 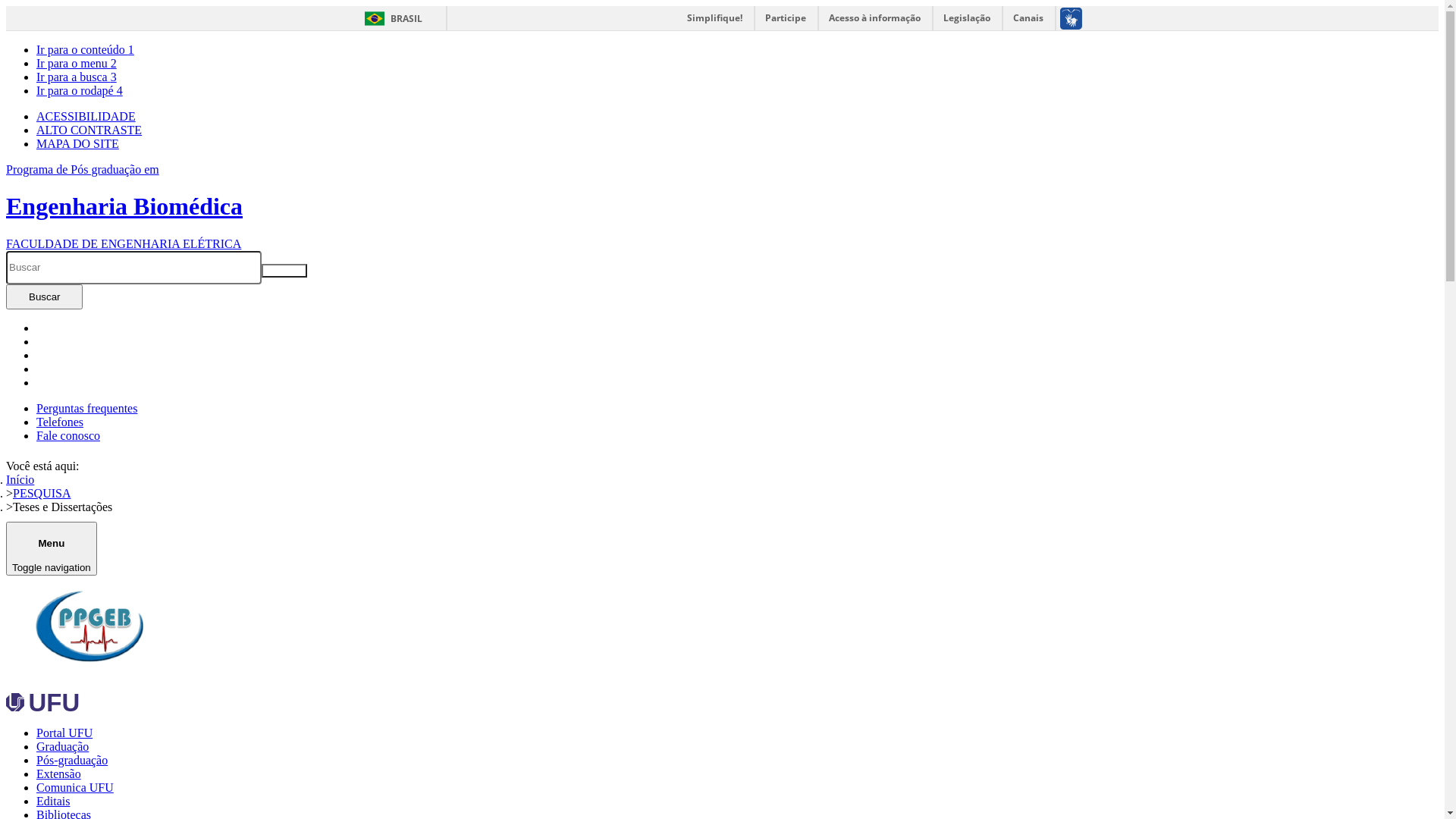 What do you see at coordinates (36, 77) in the screenshot?
I see `'Ir para a busca 3'` at bounding box center [36, 77].